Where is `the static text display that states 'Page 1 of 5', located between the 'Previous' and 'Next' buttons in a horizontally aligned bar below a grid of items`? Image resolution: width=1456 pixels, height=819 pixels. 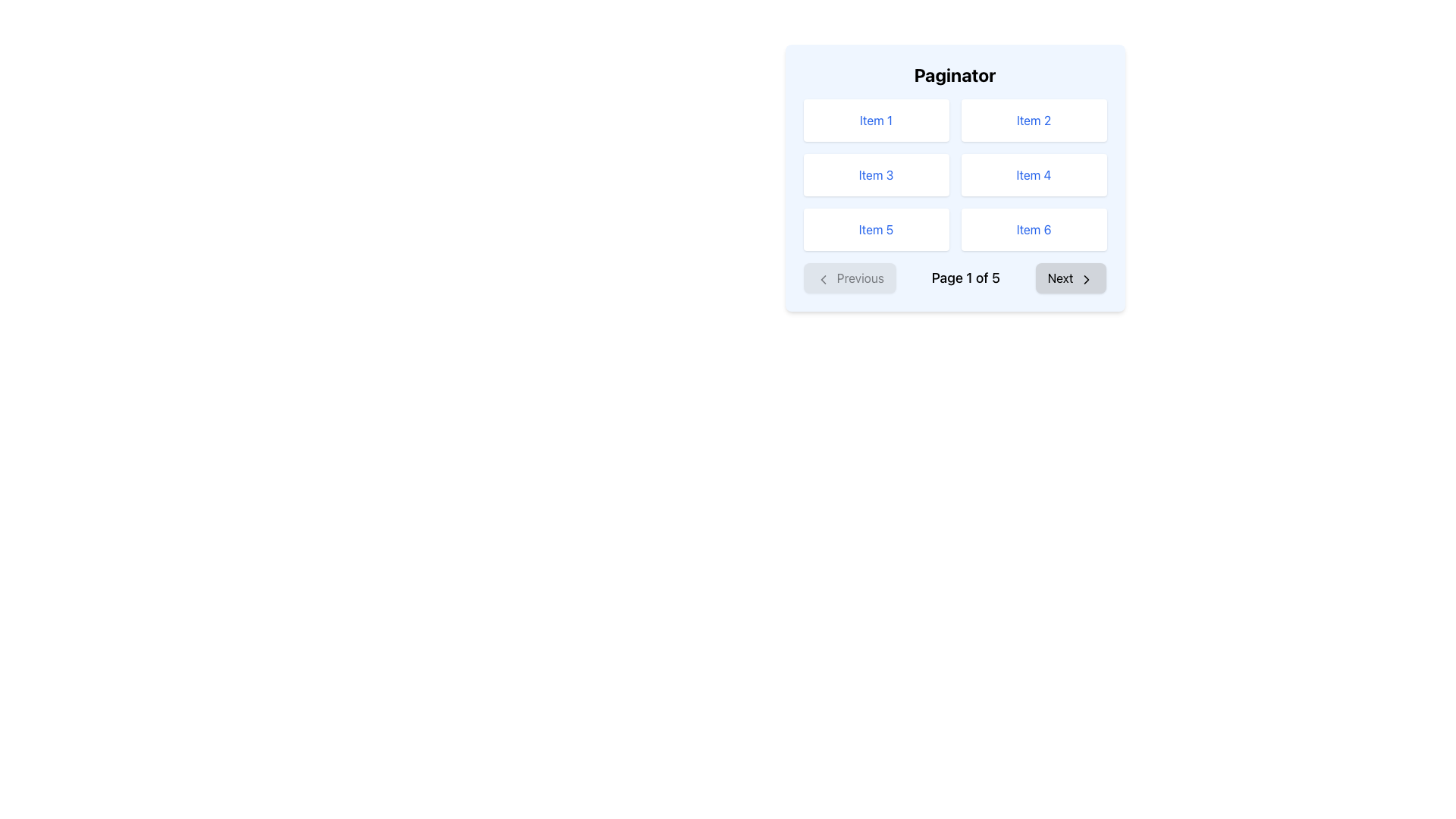 the static text display that states 'Page 1 of 5', located between the 'Previous' and 'Next' buttons in a horizontally aligned bar below a grid of items is located at coordinates (965, 278).